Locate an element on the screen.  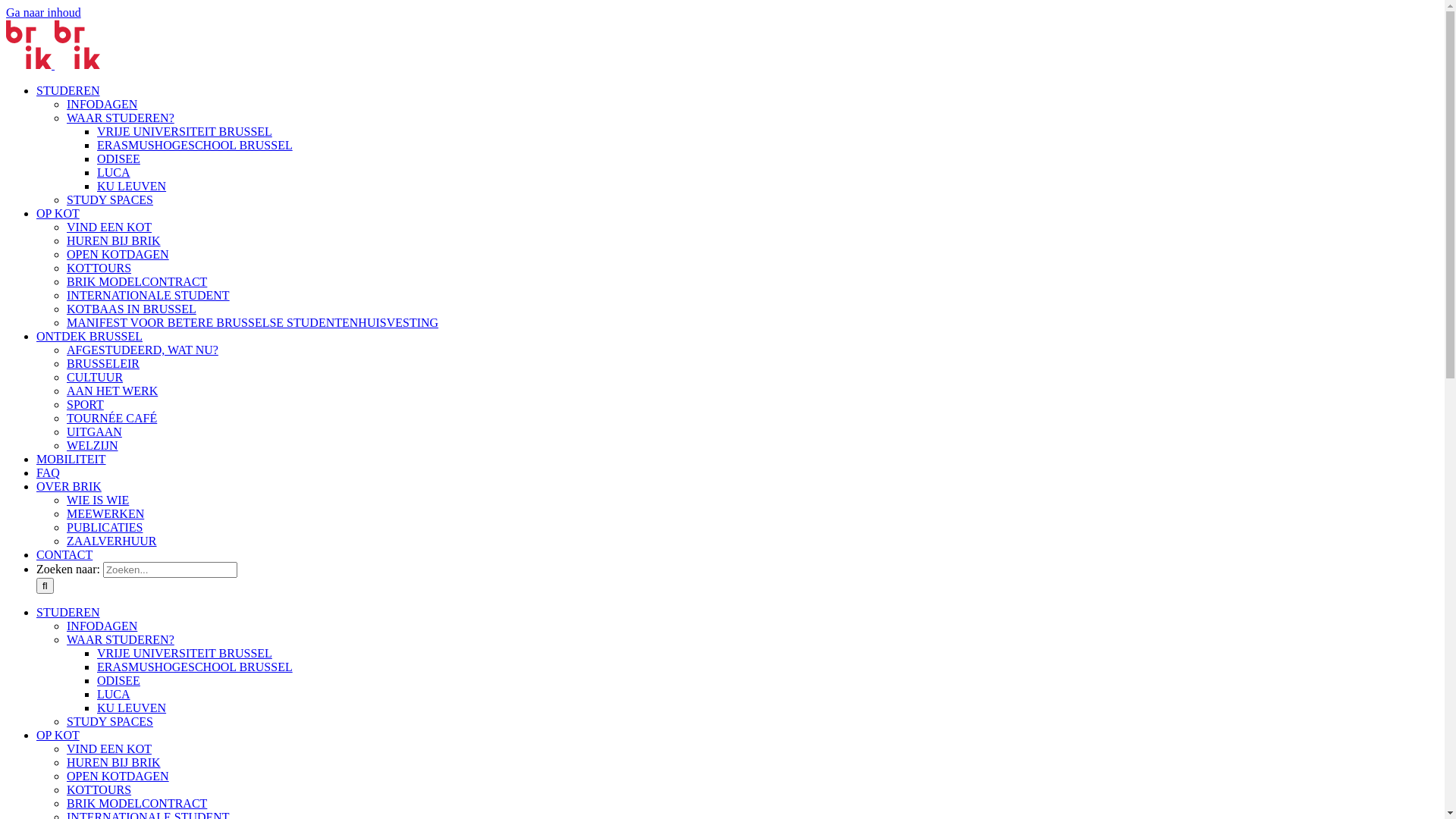
'STUDY SPACES' is located at coordinates (108, 720).